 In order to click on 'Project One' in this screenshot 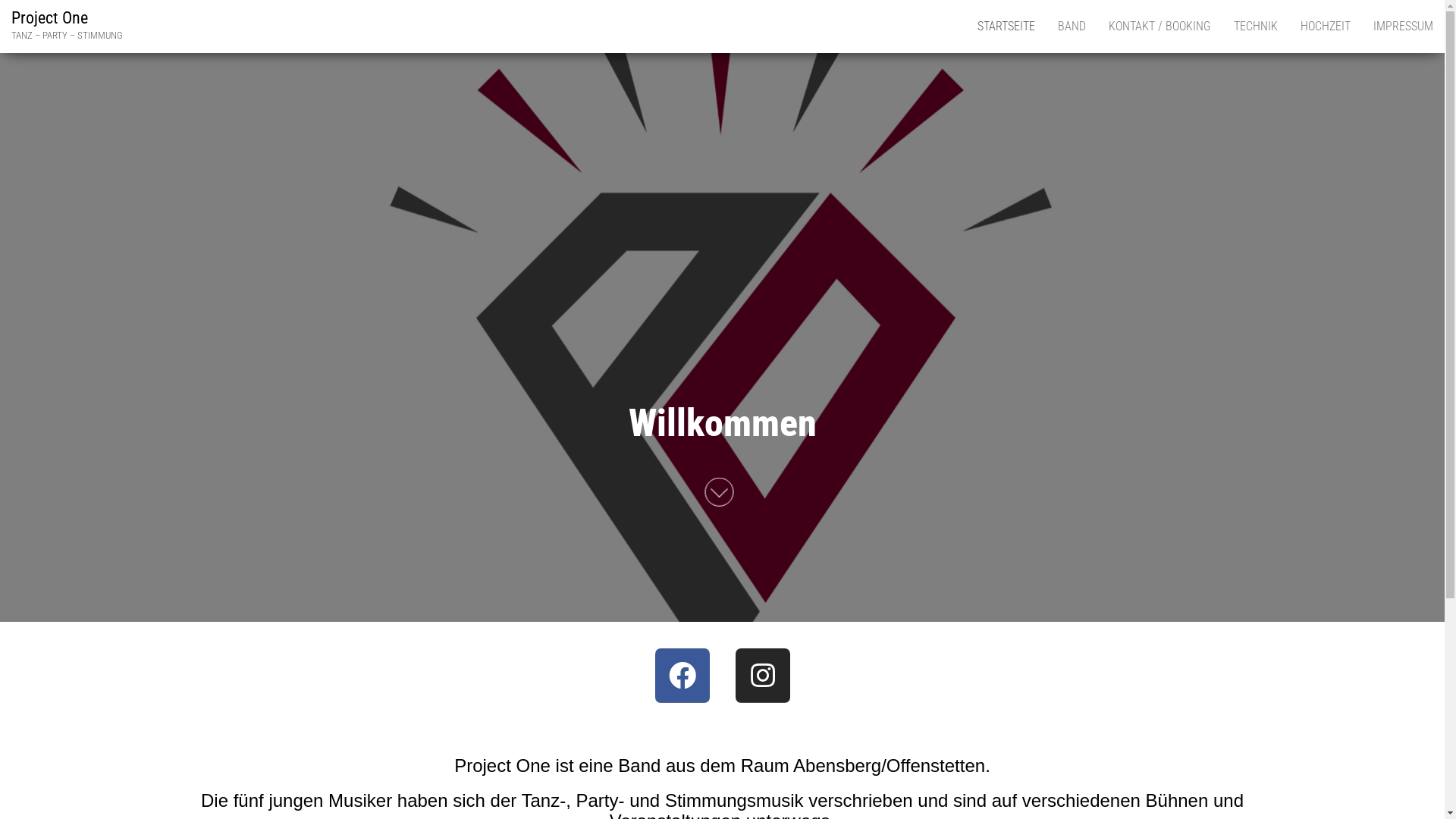, I will do `click(49, 17)`.